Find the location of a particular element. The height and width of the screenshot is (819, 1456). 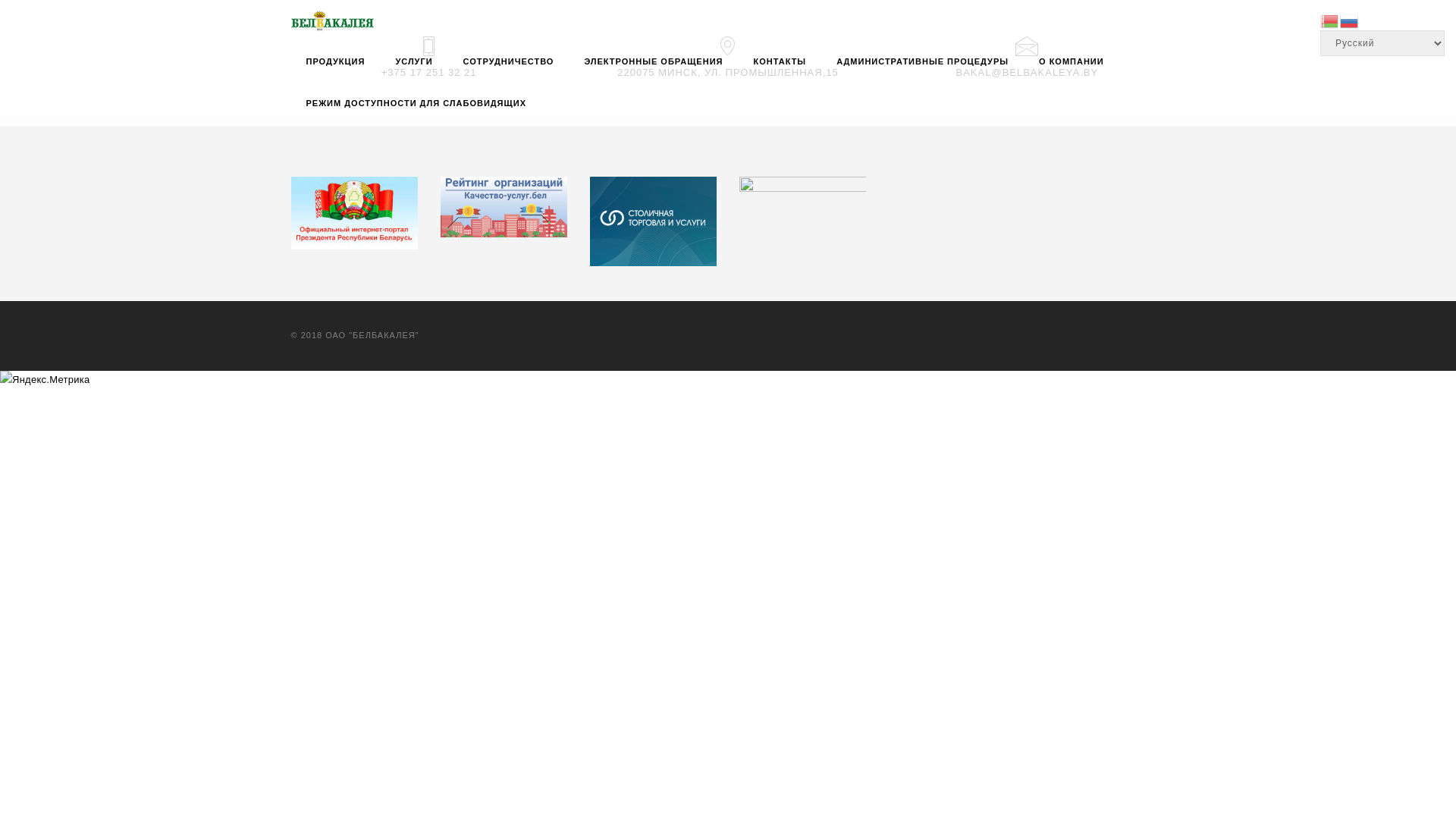

'BAKAL@BELBAKALEYA.BY' is located at coordinates (1027, 72).